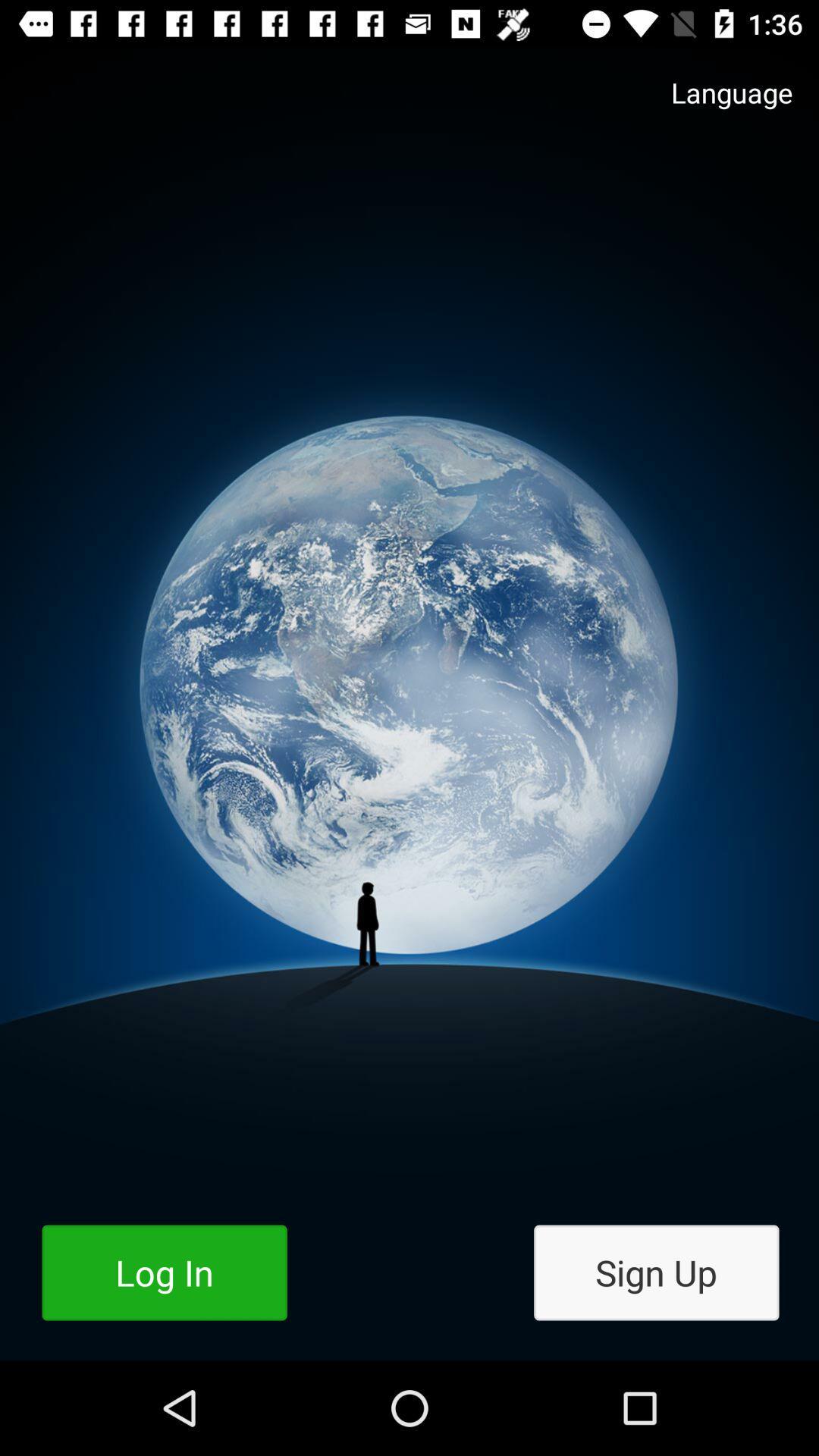  What do you see at coordinates (717, 107) in the screenshot?
I see `item above sign up icon` at bounding box center [717, 107].